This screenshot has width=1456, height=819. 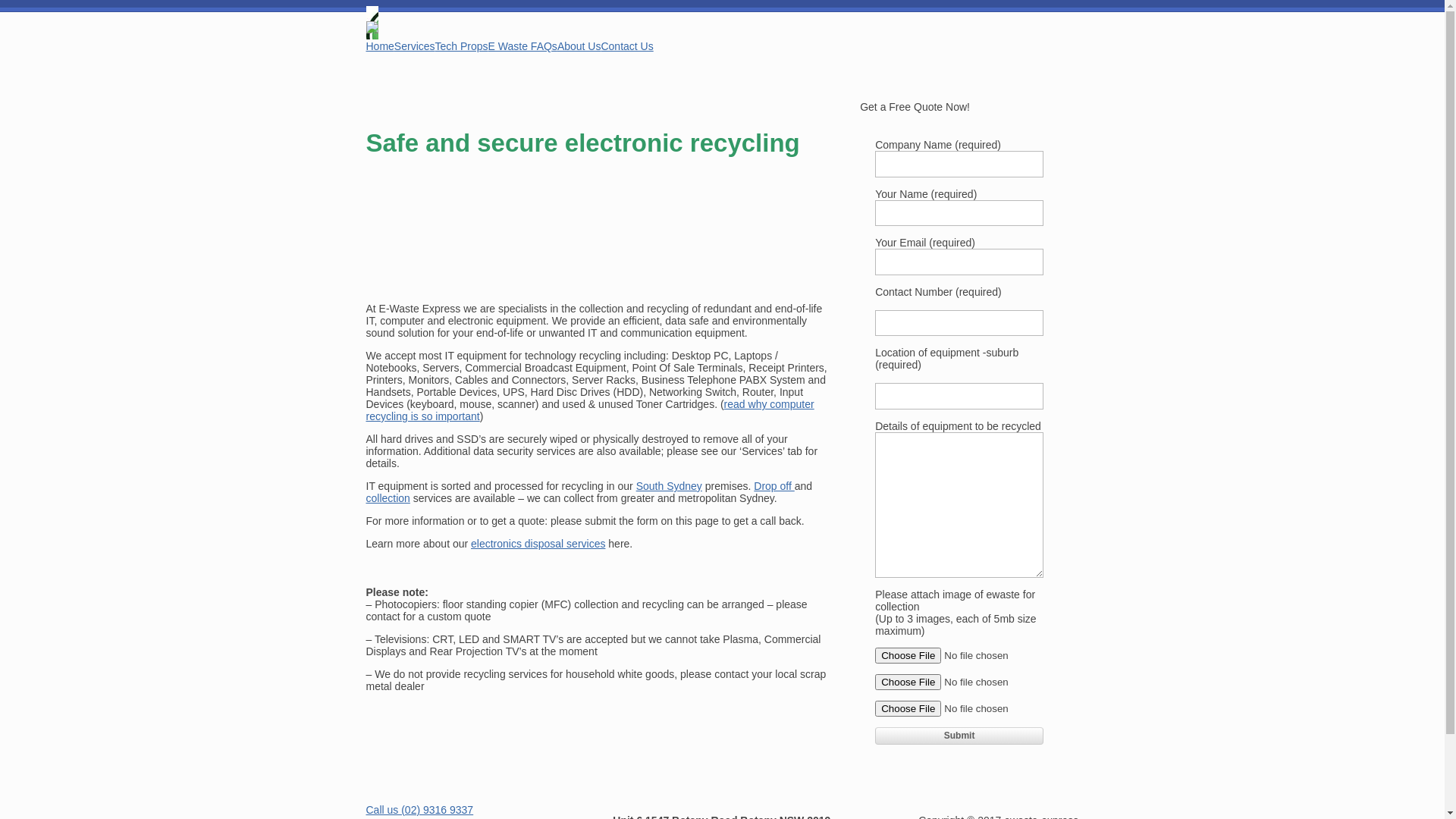 What do you see at coordinates (959, 734) in the screenshot?
I see `'Submit'` at bounding box center [959, 734].